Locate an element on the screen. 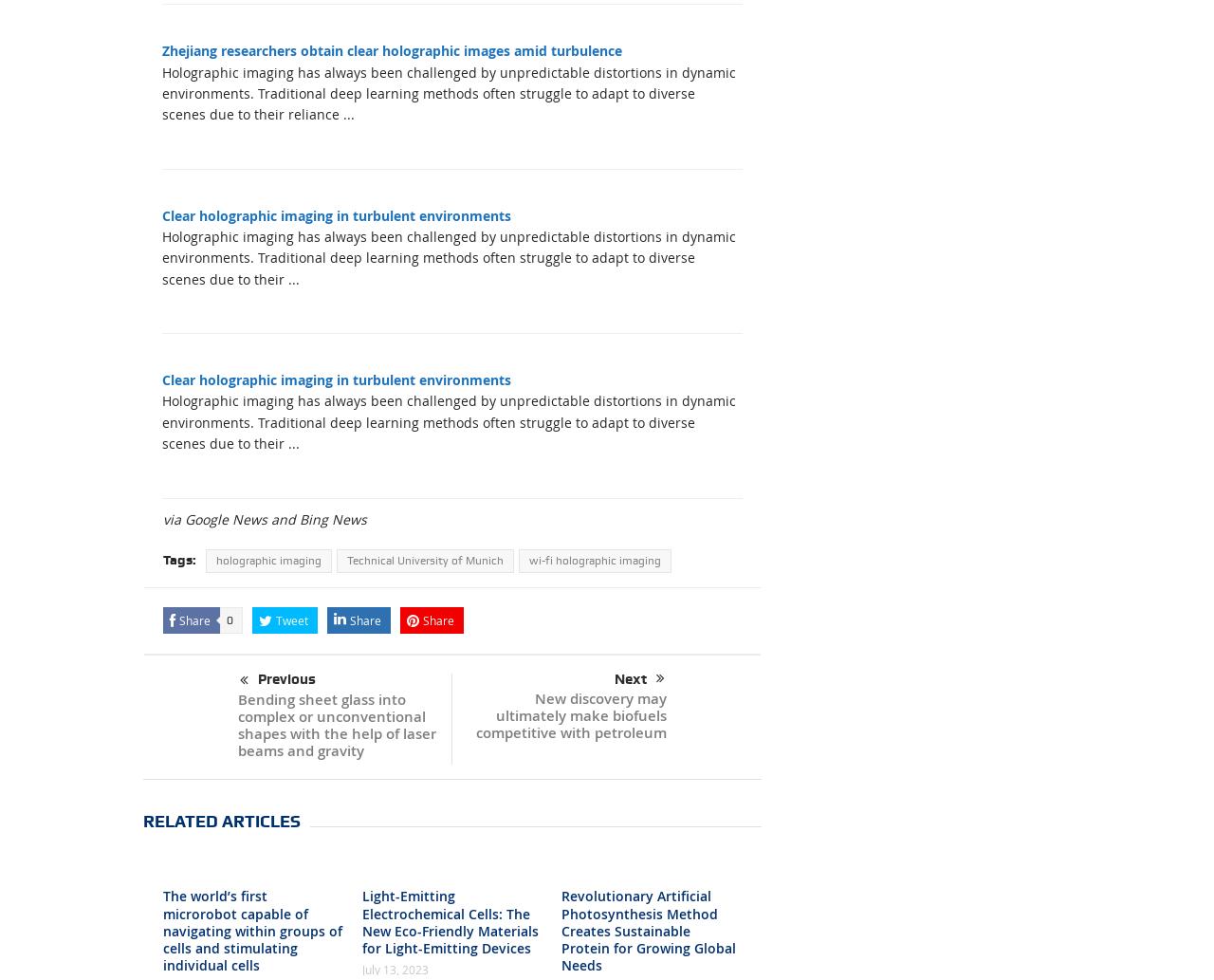  'XING' is located at coordinates (534, 563).